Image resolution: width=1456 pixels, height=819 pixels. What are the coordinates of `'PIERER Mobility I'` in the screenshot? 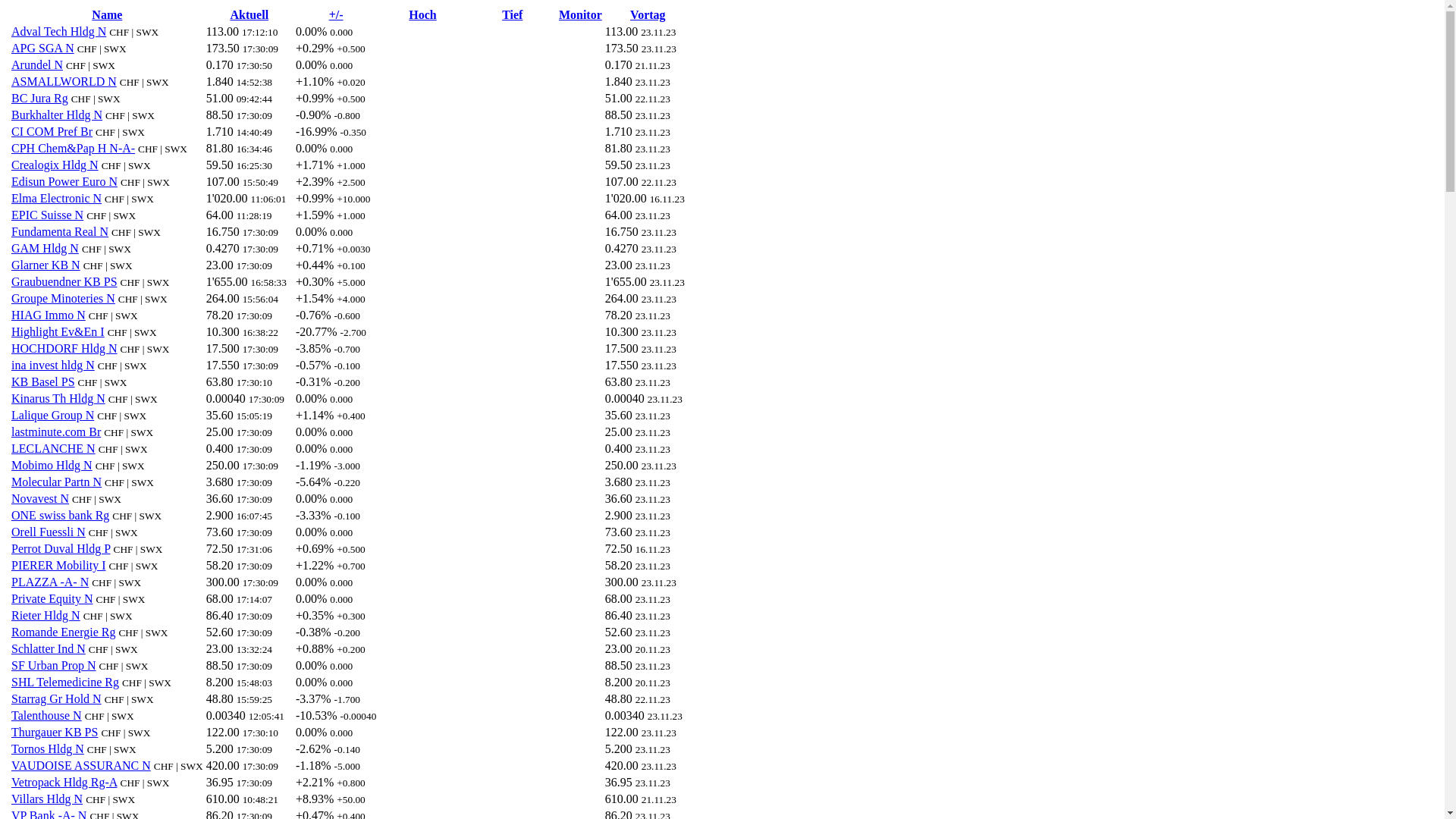 It's located at (58, 565).